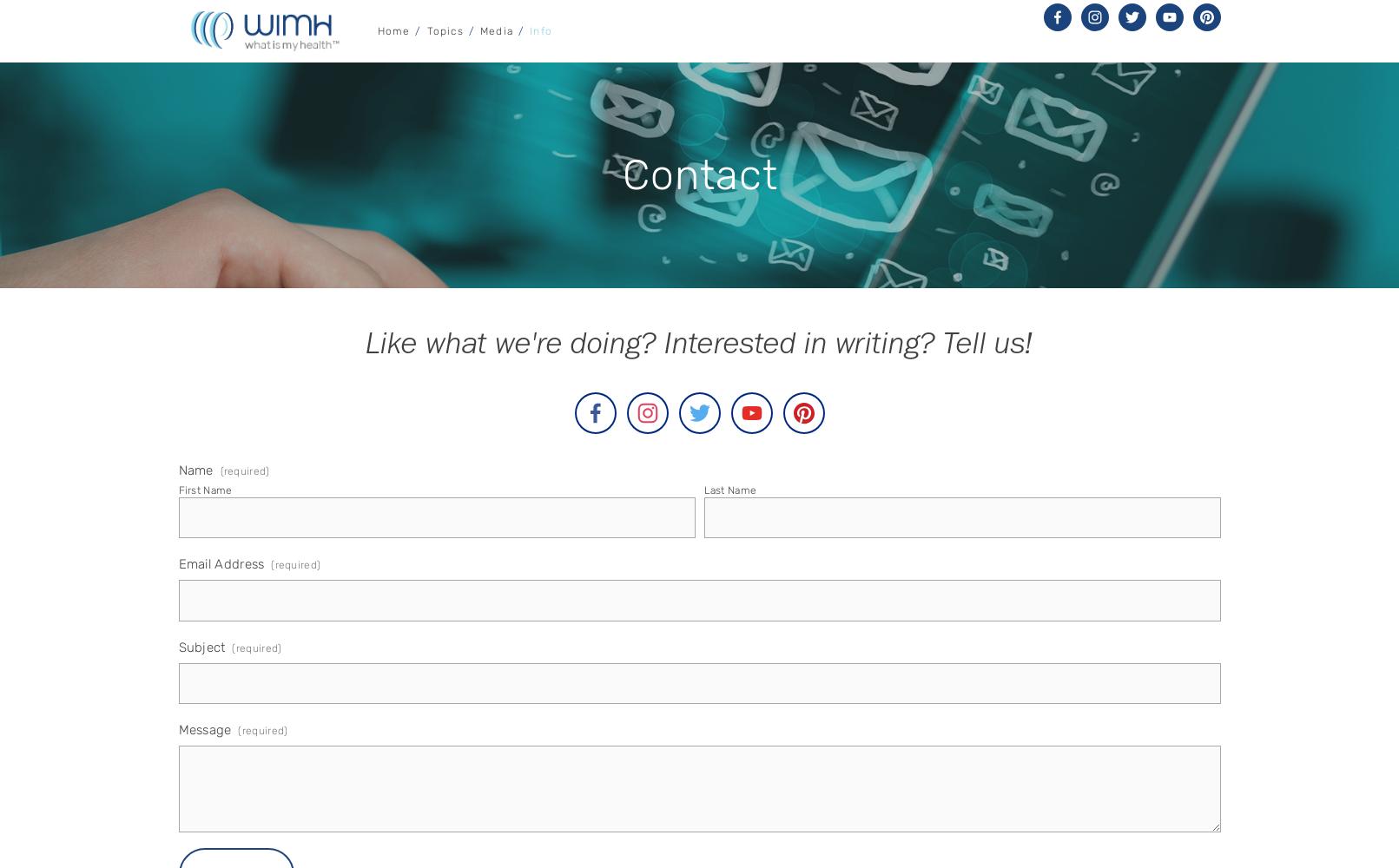 The height and width of the screenshot is (868, 1399). Describe the element at coordinates (365, 348) in the screenshot. I see `'Like what we're doing? Interested in writing? Tell us!'` at that location.